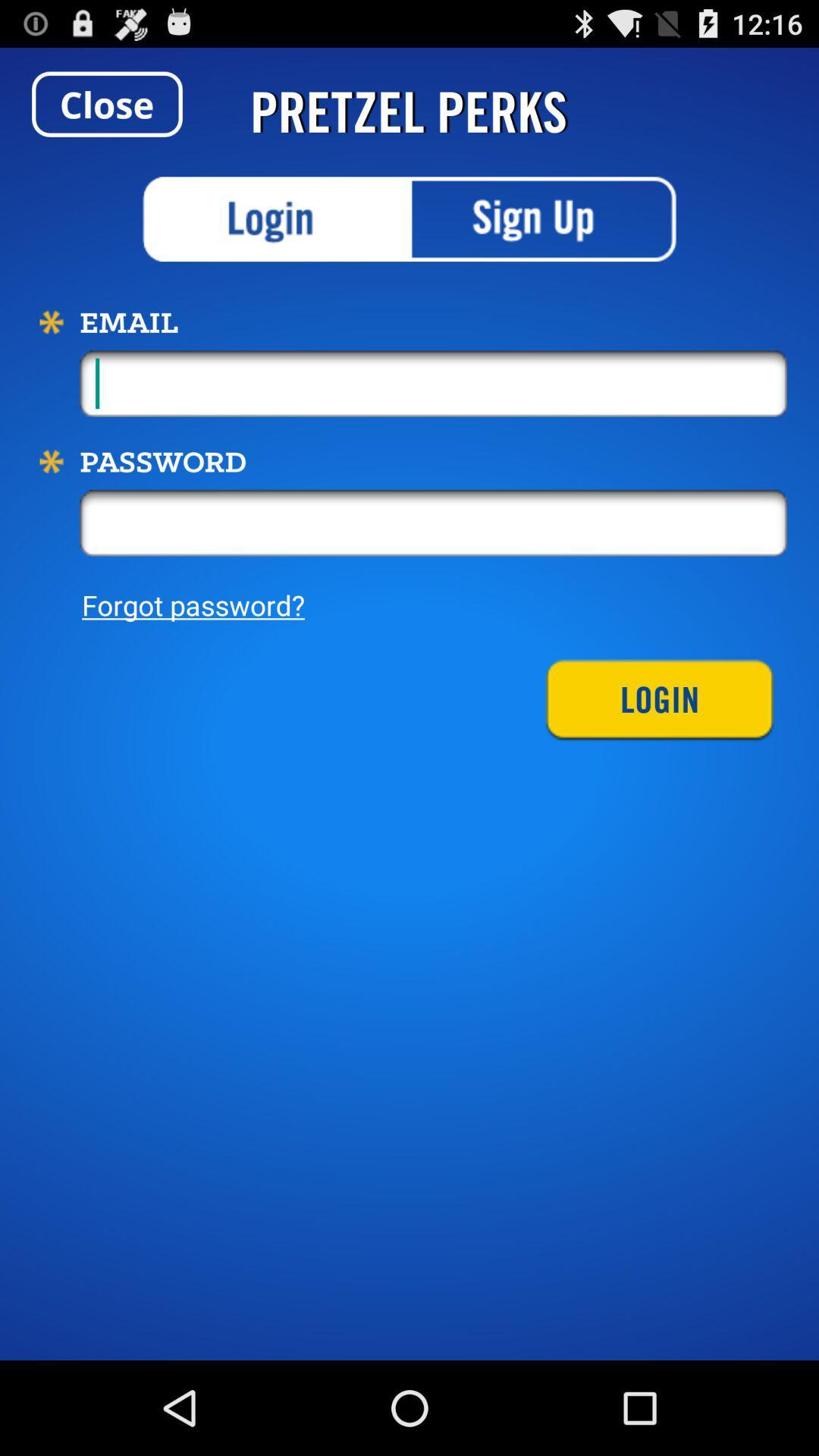 The image size is (819, 1456). Describe the element at coordinates (542, 218) in the screenshot. I see `sign up` at that location.